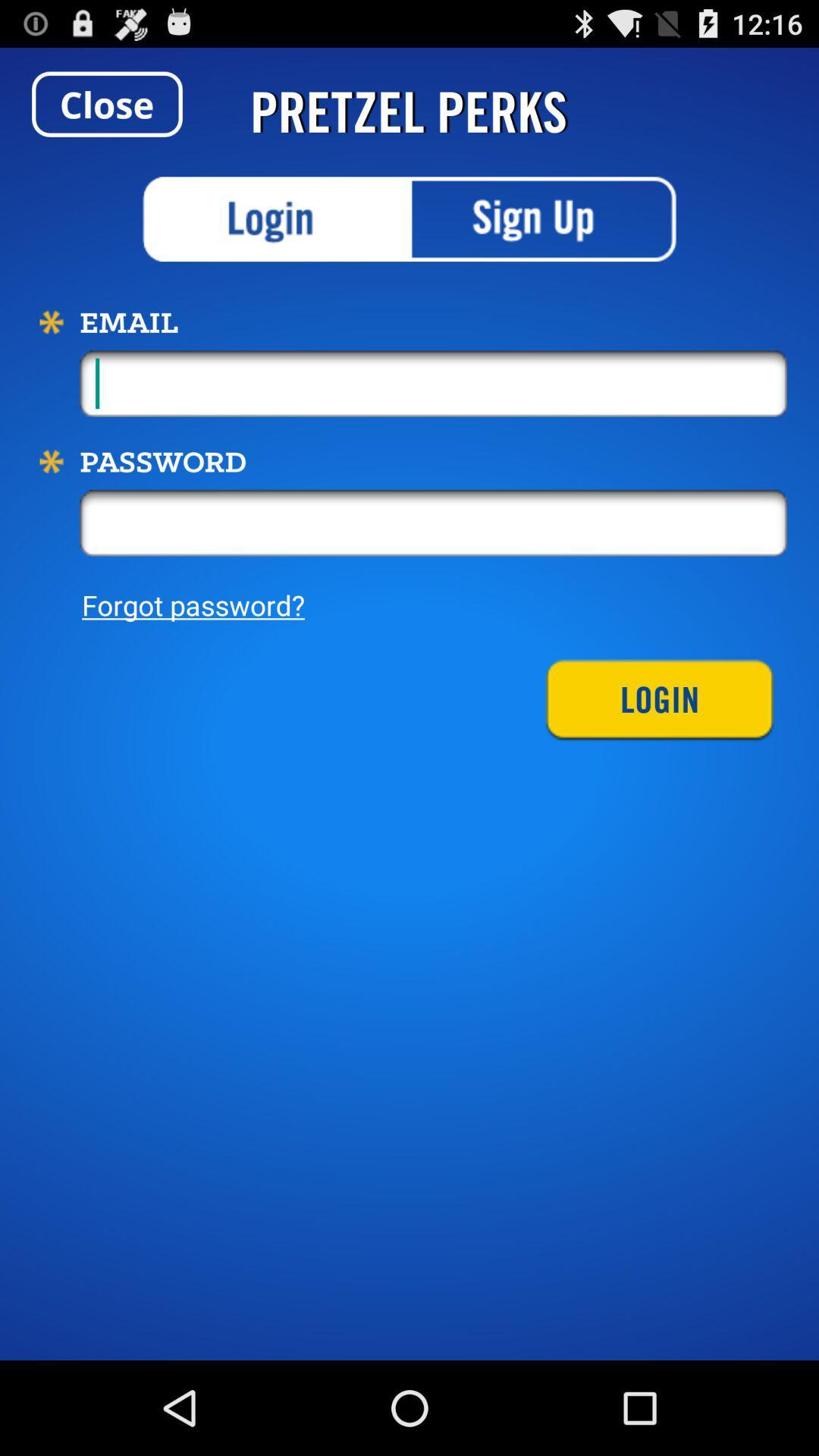 The image size is (819, 1456). Describe the element at coordinates (542, 218) in the screenshot. I see `sign up` at that location.